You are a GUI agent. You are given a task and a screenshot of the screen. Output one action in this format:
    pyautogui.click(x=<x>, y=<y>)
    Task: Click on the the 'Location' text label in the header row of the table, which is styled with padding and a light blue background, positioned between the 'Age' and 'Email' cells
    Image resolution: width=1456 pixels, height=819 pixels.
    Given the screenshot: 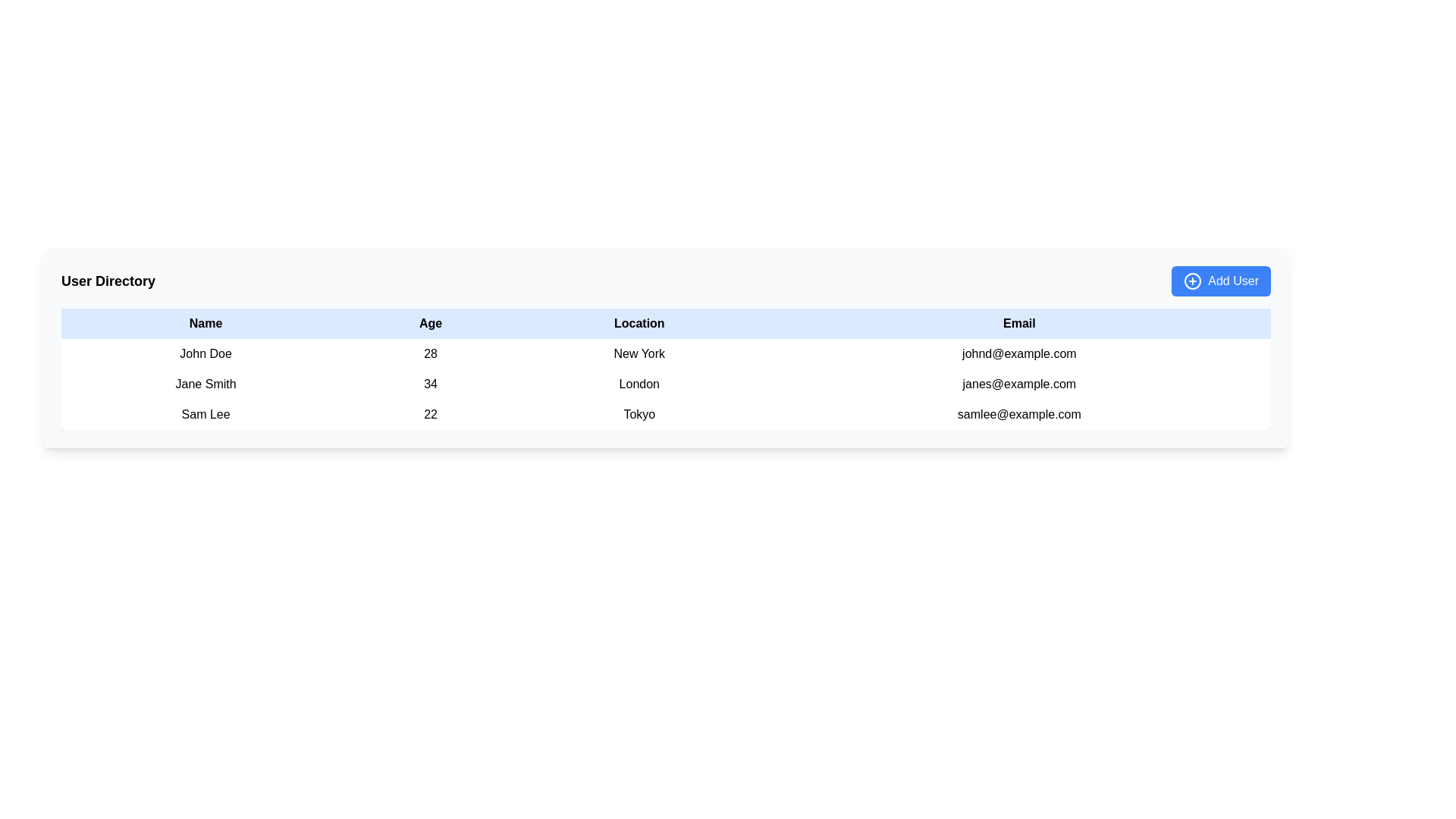 What is the action you would take?
    pyautogui.click(x=639, y=323)
    